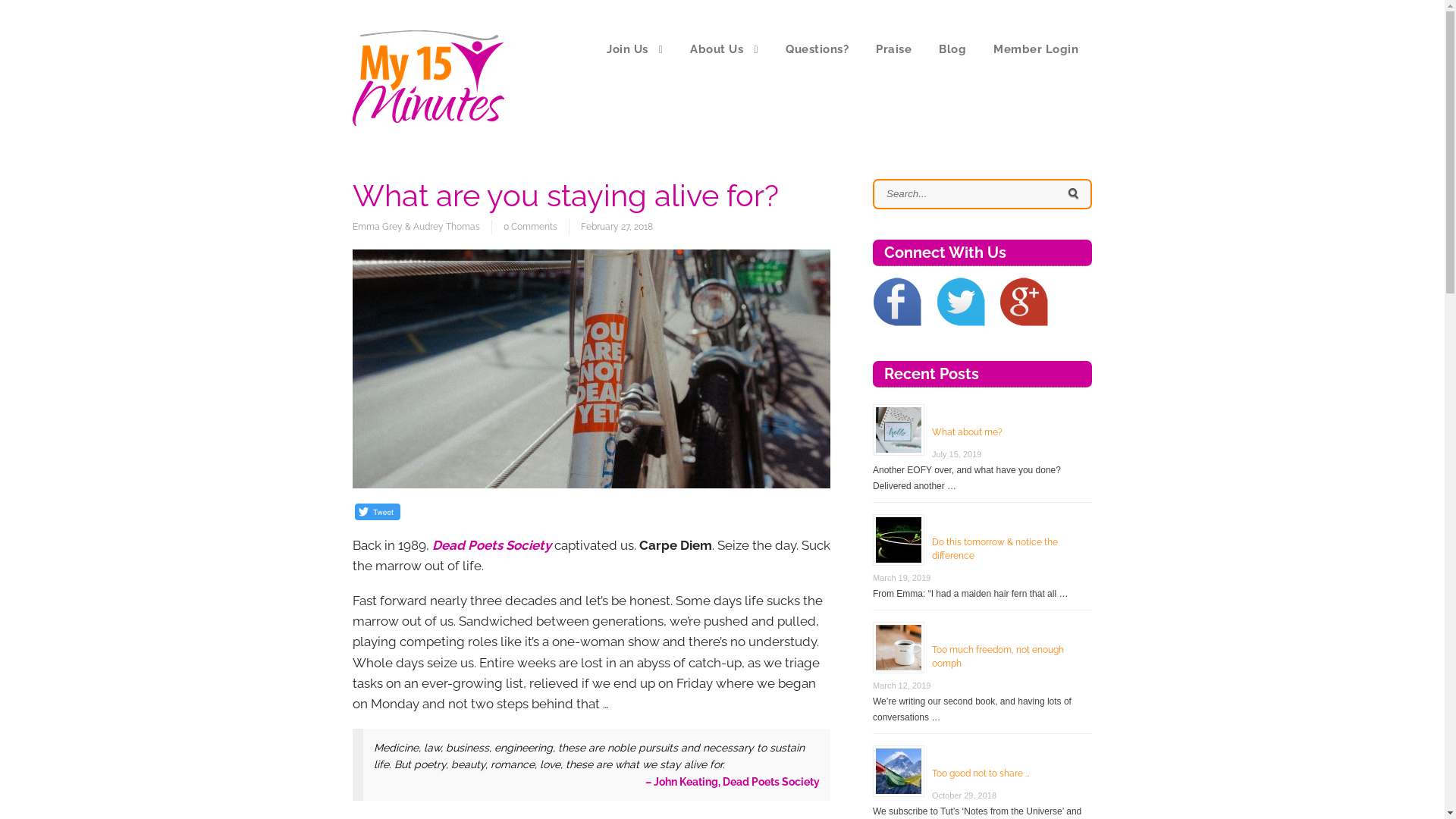 The width and height of the screenshot is (1456, 819). Describe the element at coordinates (1072, 193) in the screenshot. I see `'Search'` at that location.